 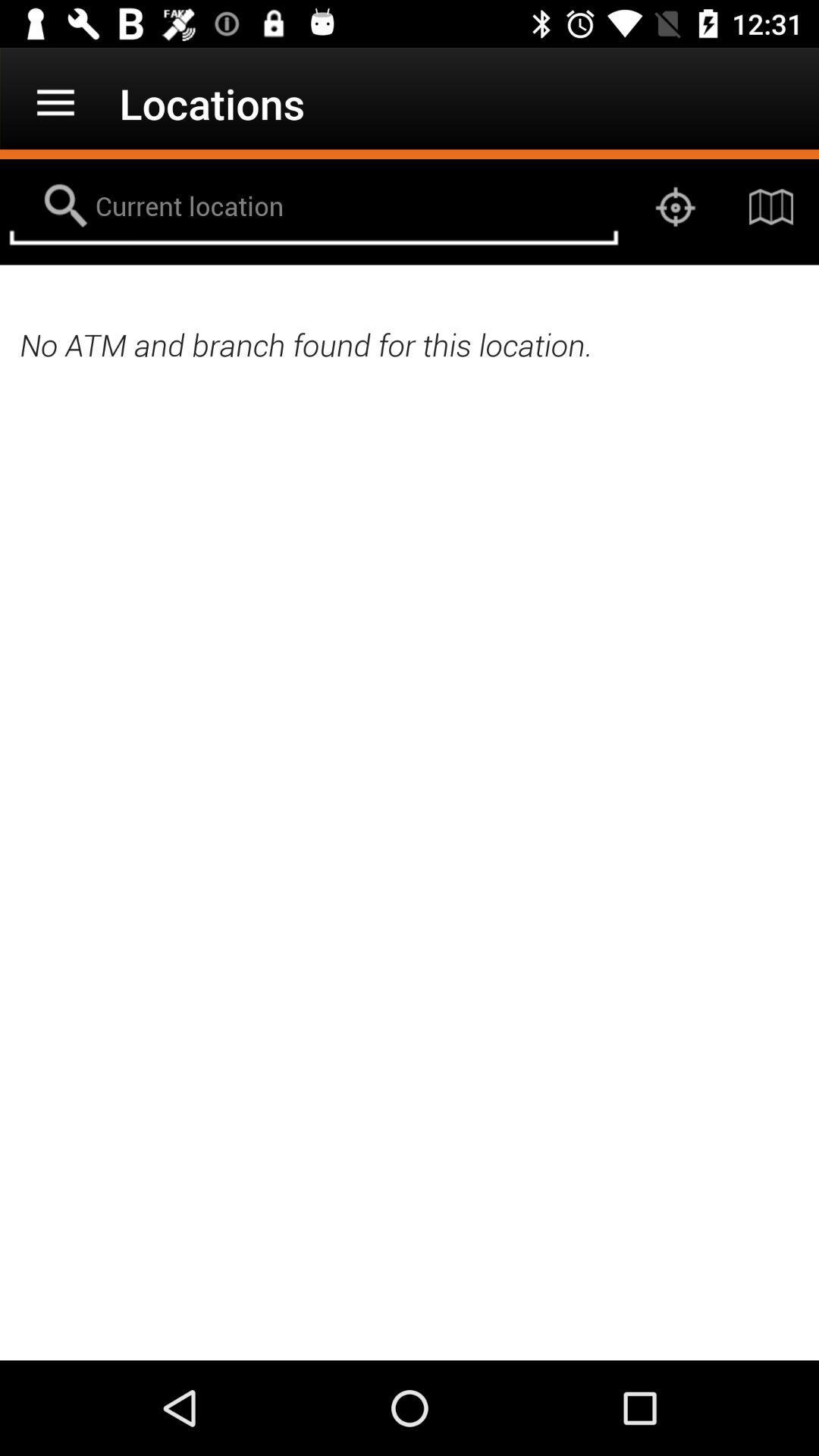 I want to click on the no atm and item, so click(x=409, y=344).